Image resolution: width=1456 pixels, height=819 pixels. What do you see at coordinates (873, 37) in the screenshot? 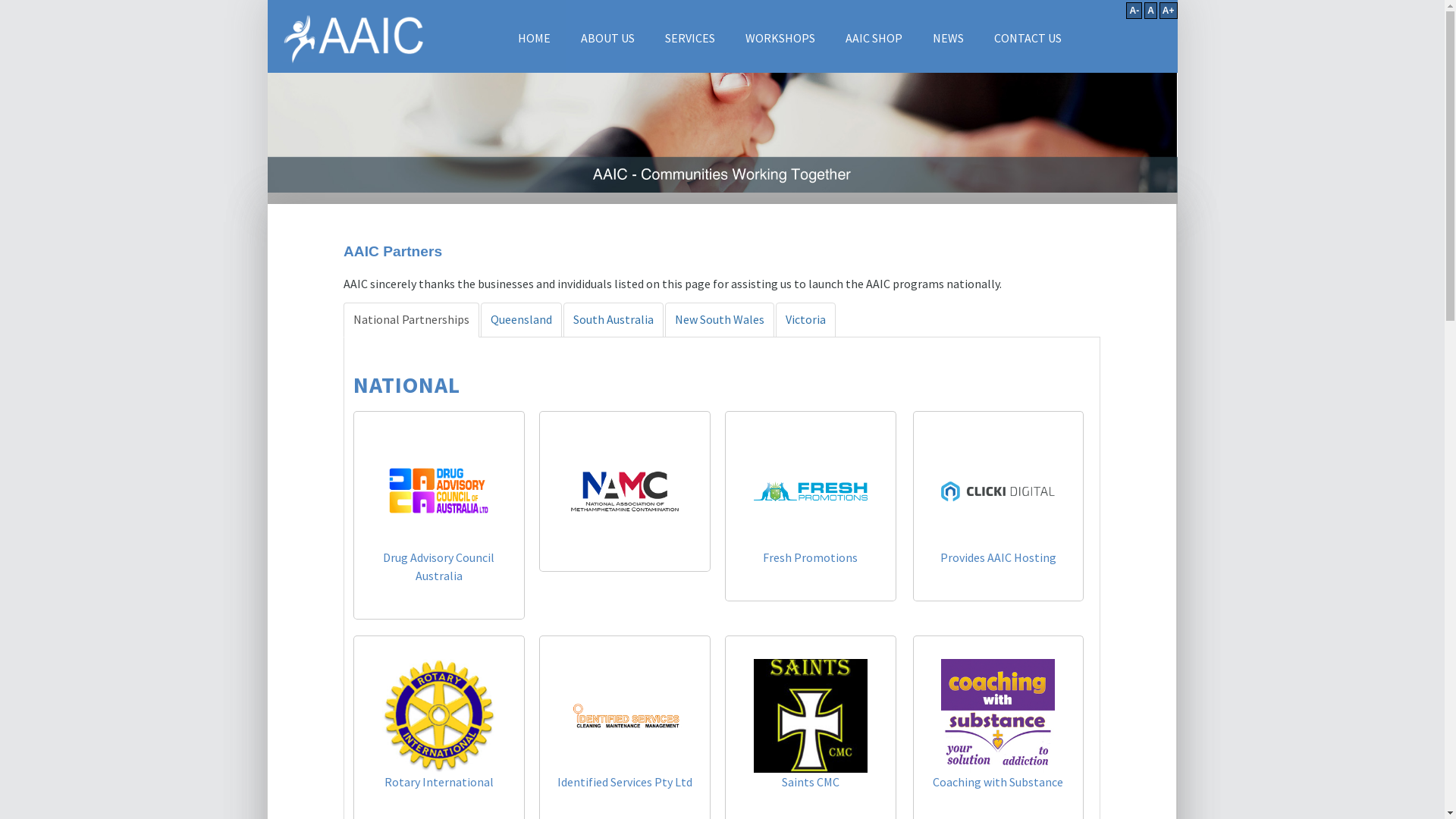
I see `'AAIC SHOP'` at bounding box center [873, 37].